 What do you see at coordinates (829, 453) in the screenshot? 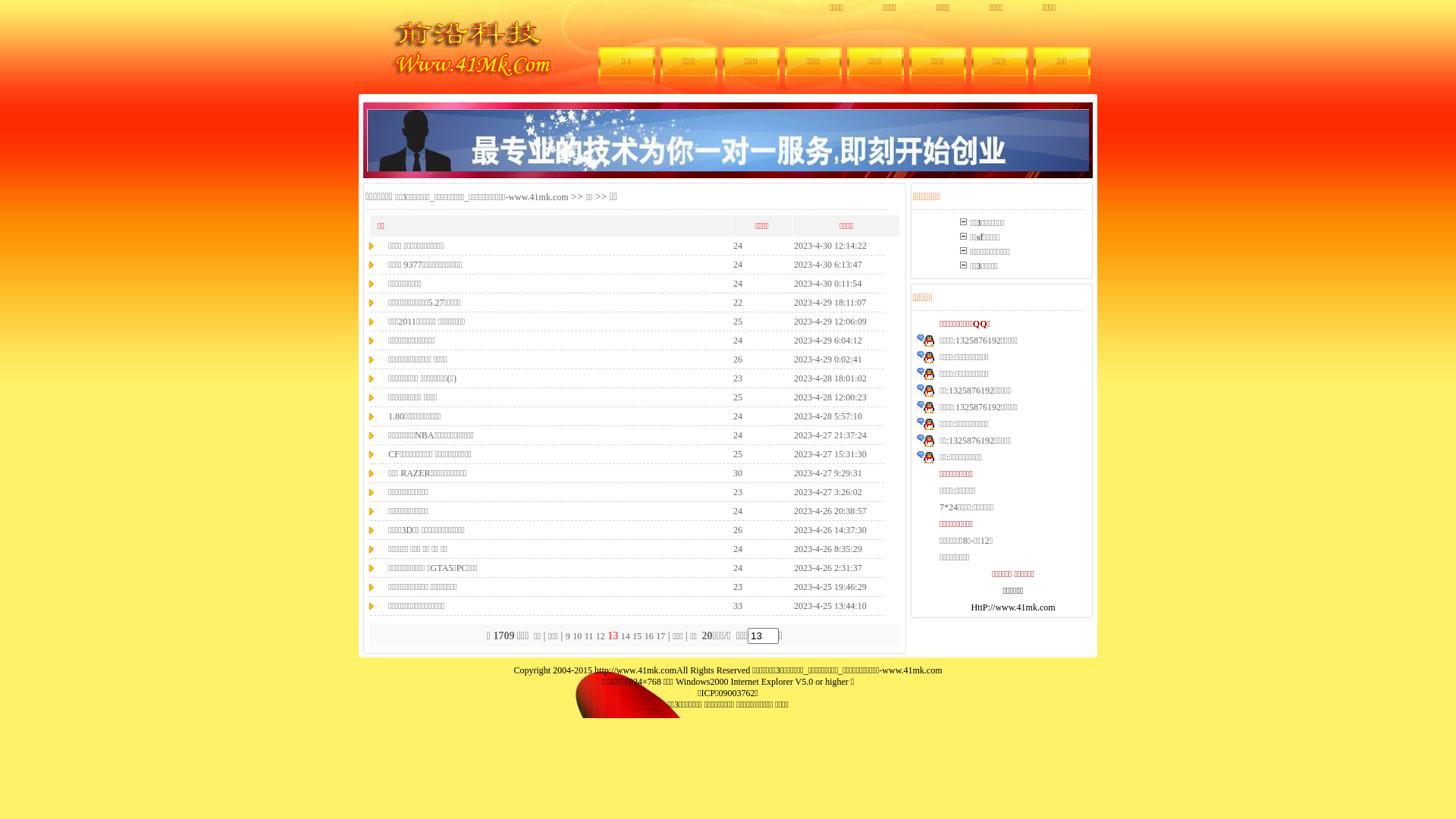
I see `'2023-4-27 15:31:30'` at bounding box center [829, 453].